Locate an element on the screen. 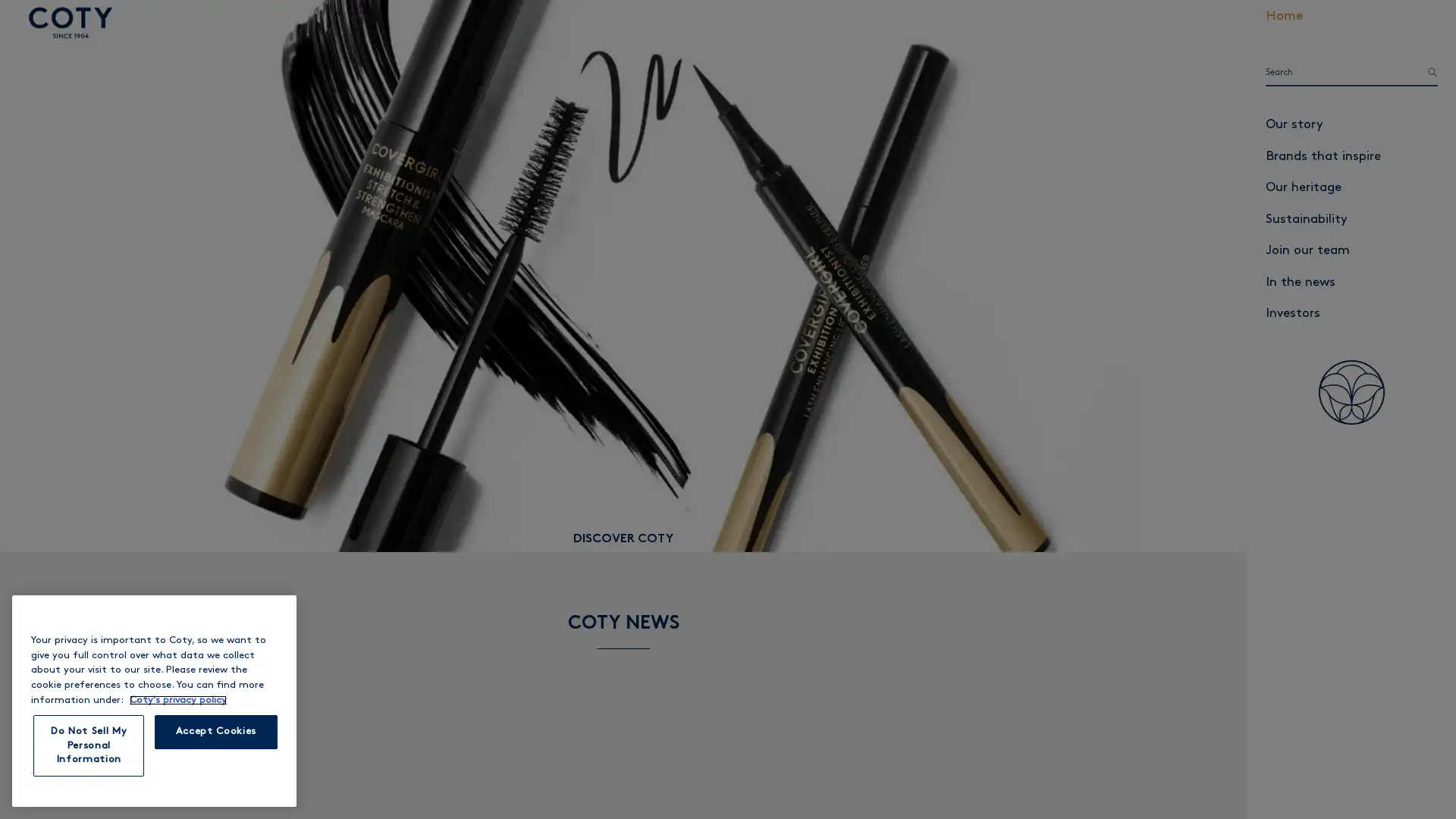 The image size is (1456, 819). Do Not Sell My Personal Information is located at coordinates (87, 745).